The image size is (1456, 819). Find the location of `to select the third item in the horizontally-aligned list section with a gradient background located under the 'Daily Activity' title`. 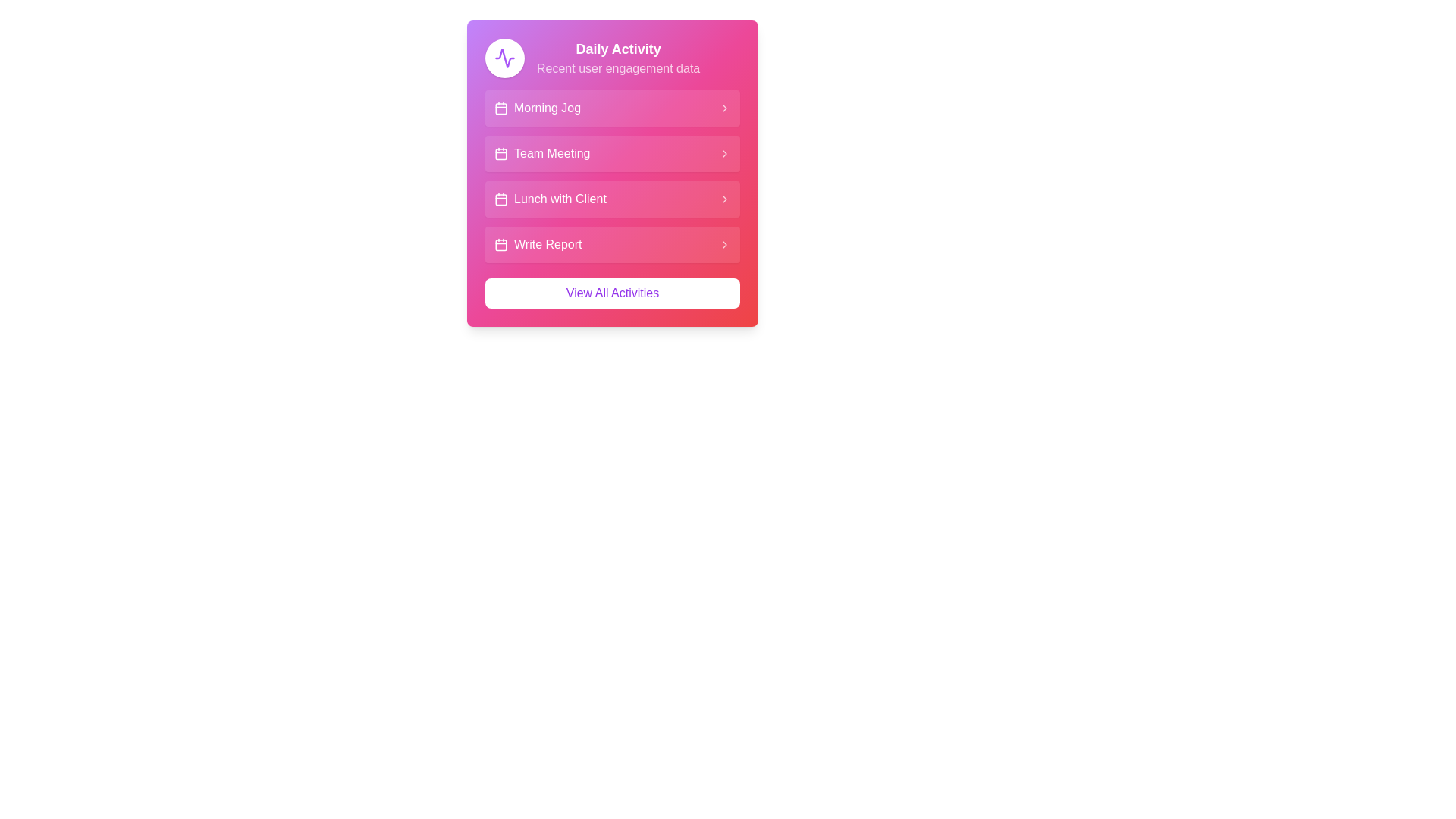

to select the third item in the horizontally-aligned list section with a gradient background located under the 'Daily Activity' title is located at coordinates (612, 175).